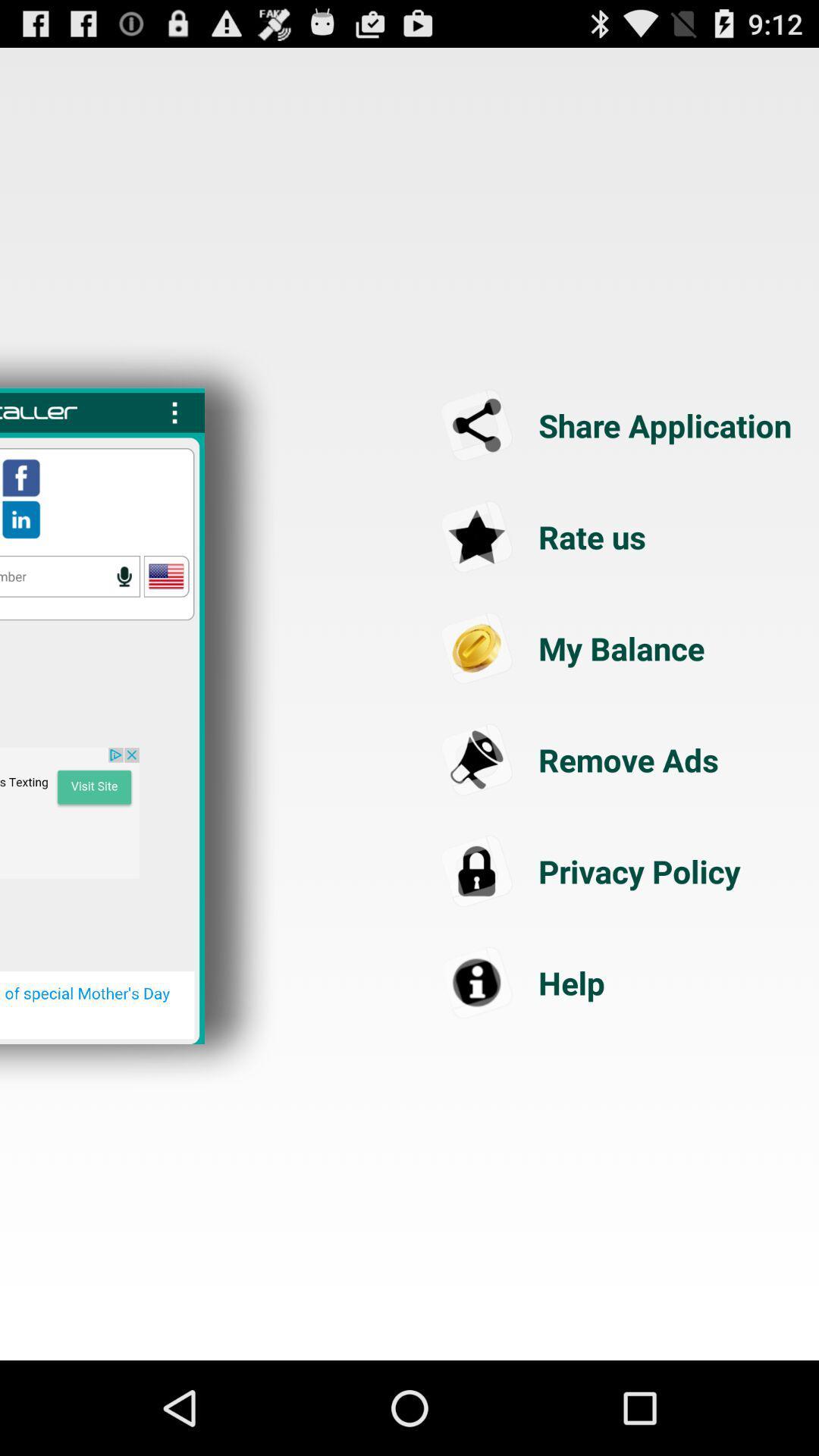 The width and height of the screenshot is (819, 1456). What do you see at coordinates (69, 812) in the screenshot?
I see `advertisement link` at bounding box center [69, 812].